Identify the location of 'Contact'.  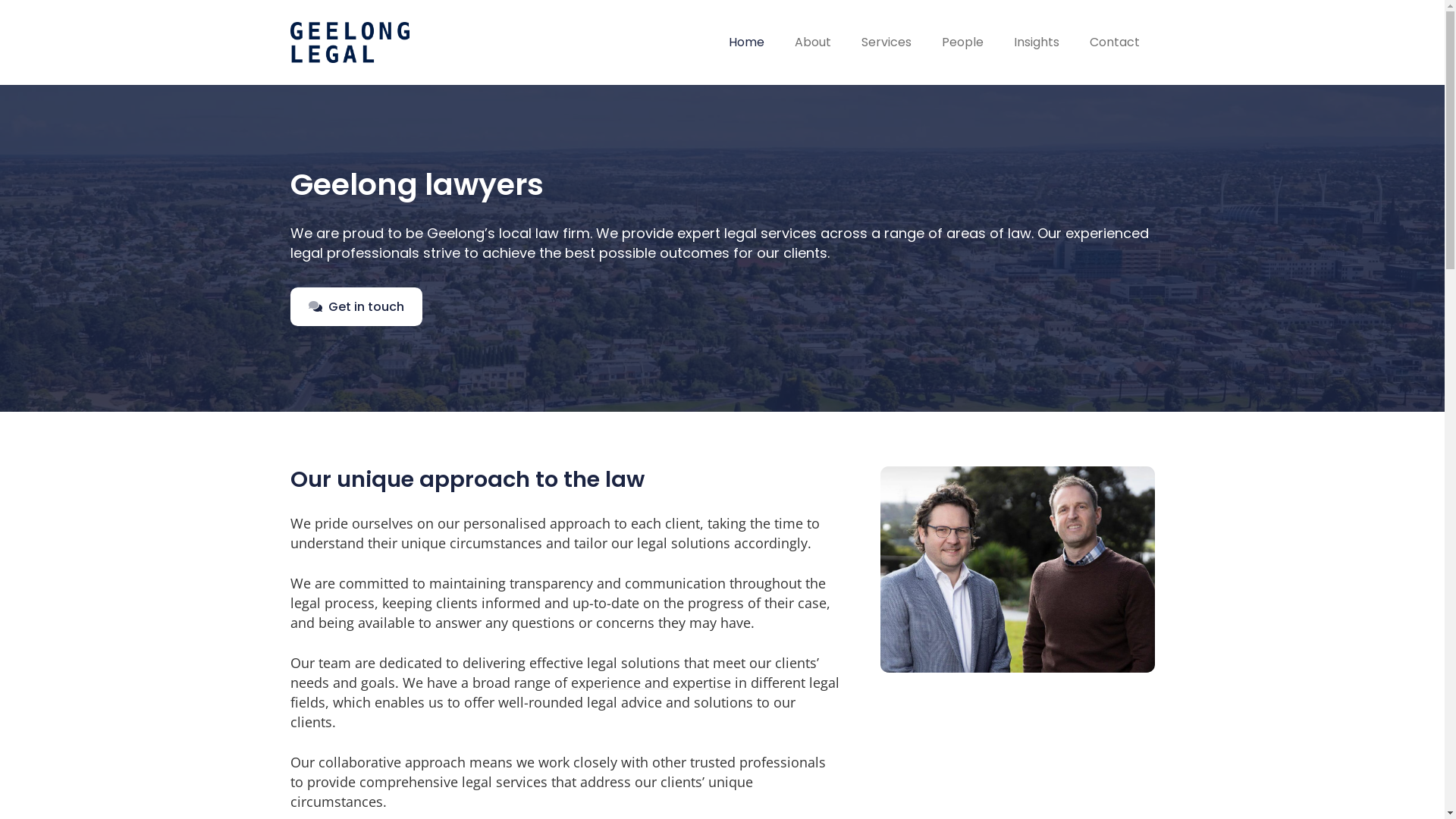
(1113, 42).